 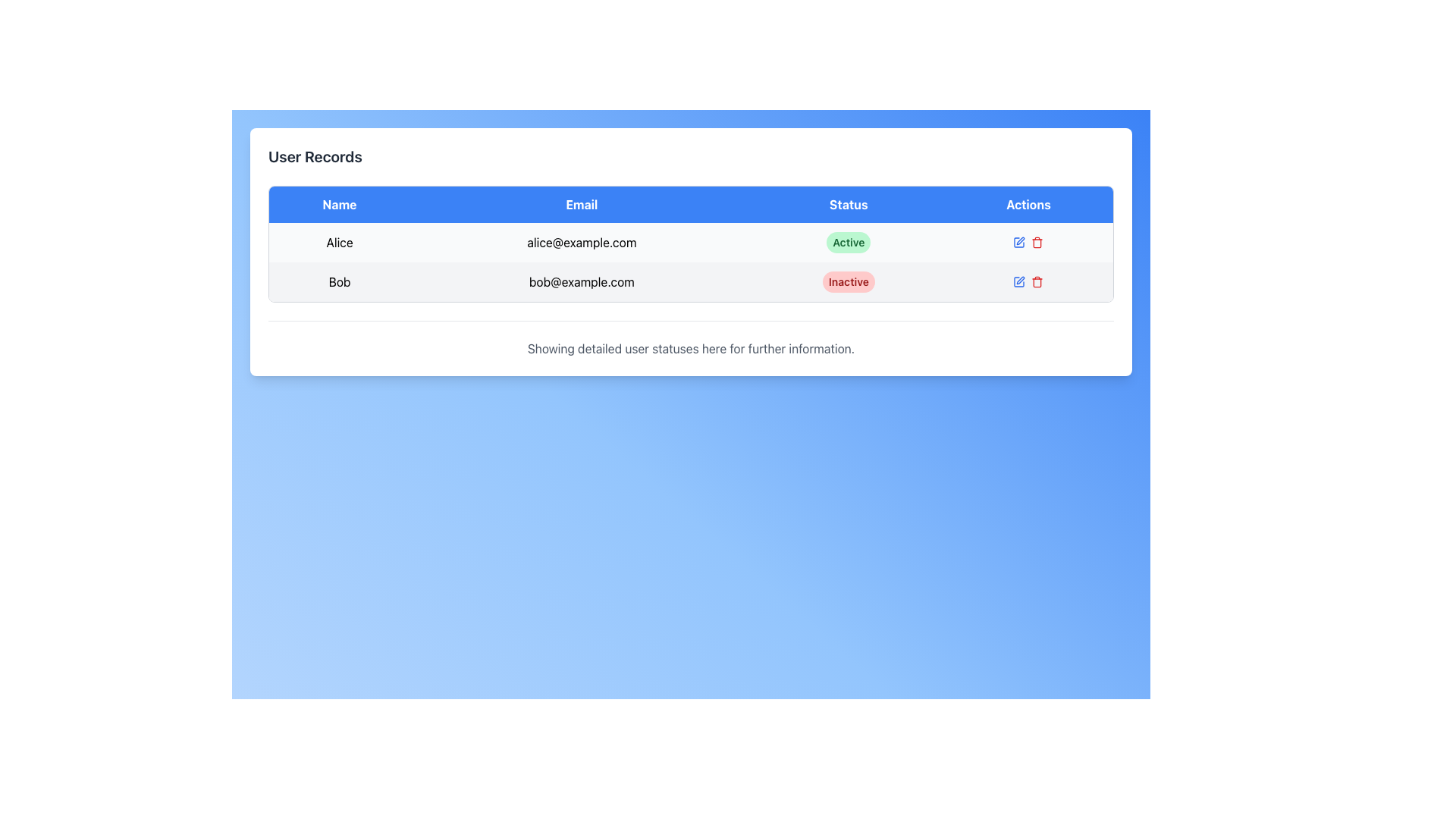 What do you see at coordinates (1037, 281) in the screenshot?
I see `the red trash icon button` at bounding box center [1037, 281].